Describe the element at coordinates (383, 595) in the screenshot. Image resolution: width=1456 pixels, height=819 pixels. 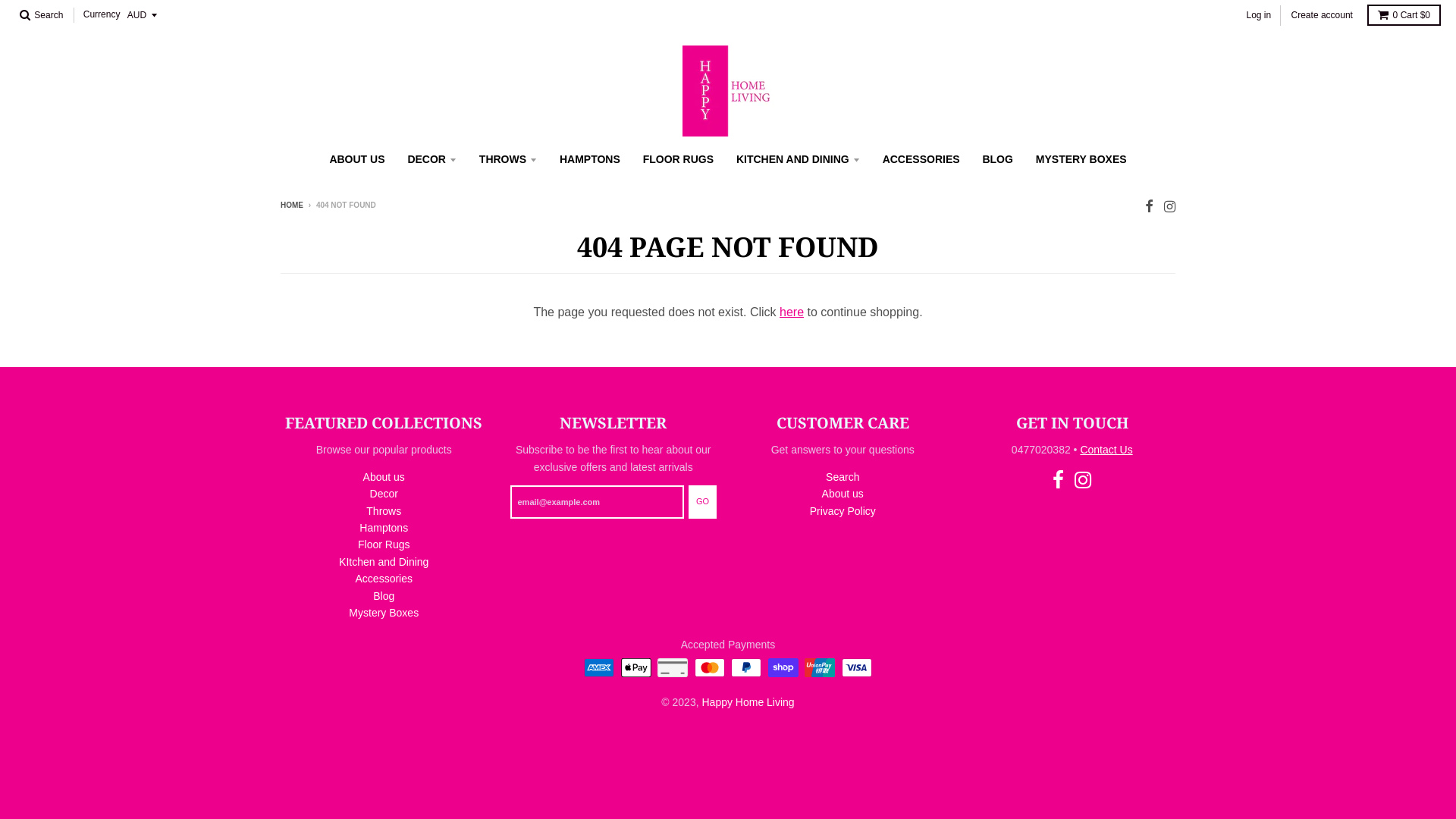
I see `'Blog'` at that location.